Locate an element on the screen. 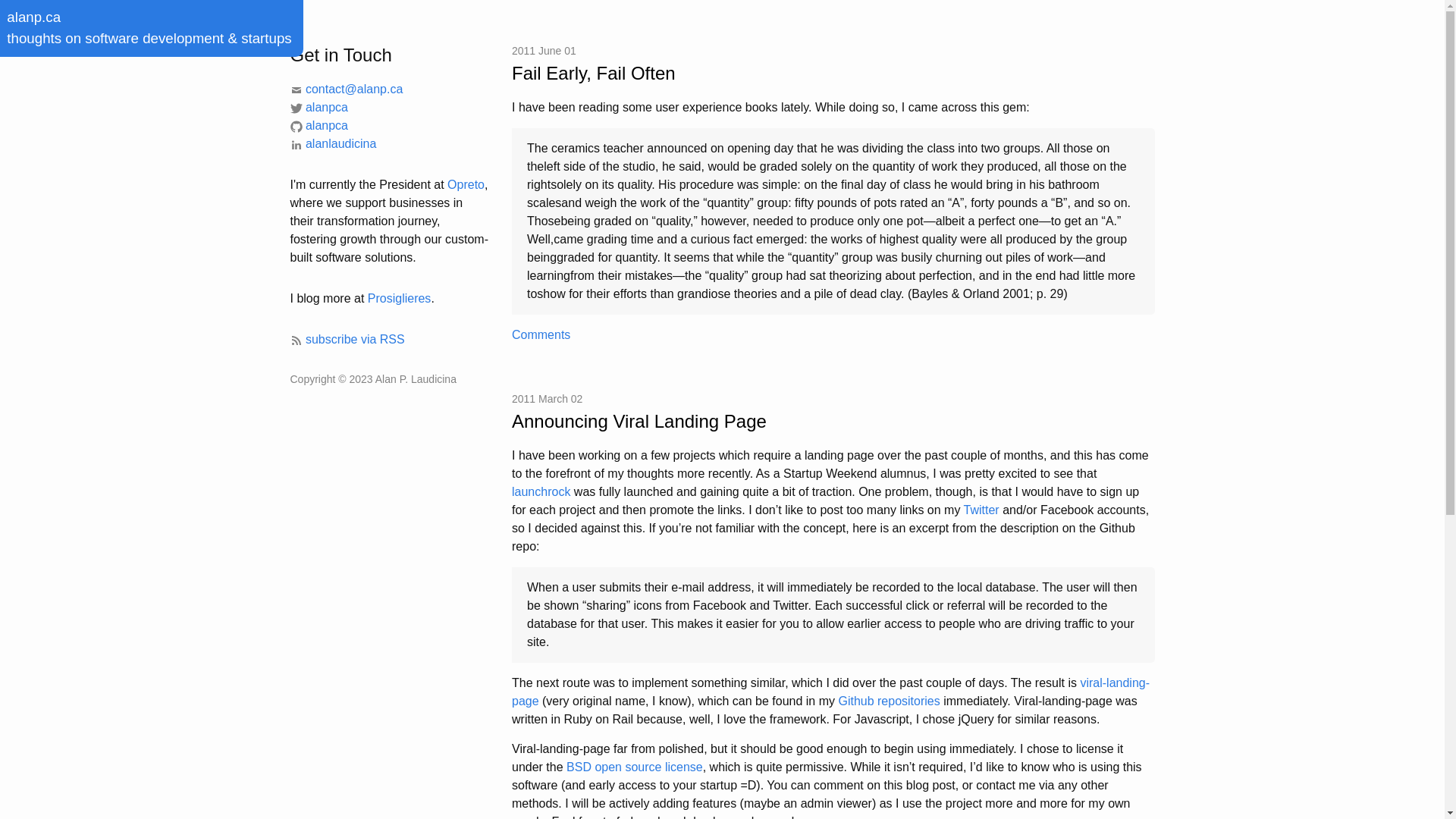  'alanpca' is located at coordinates (318, 124).